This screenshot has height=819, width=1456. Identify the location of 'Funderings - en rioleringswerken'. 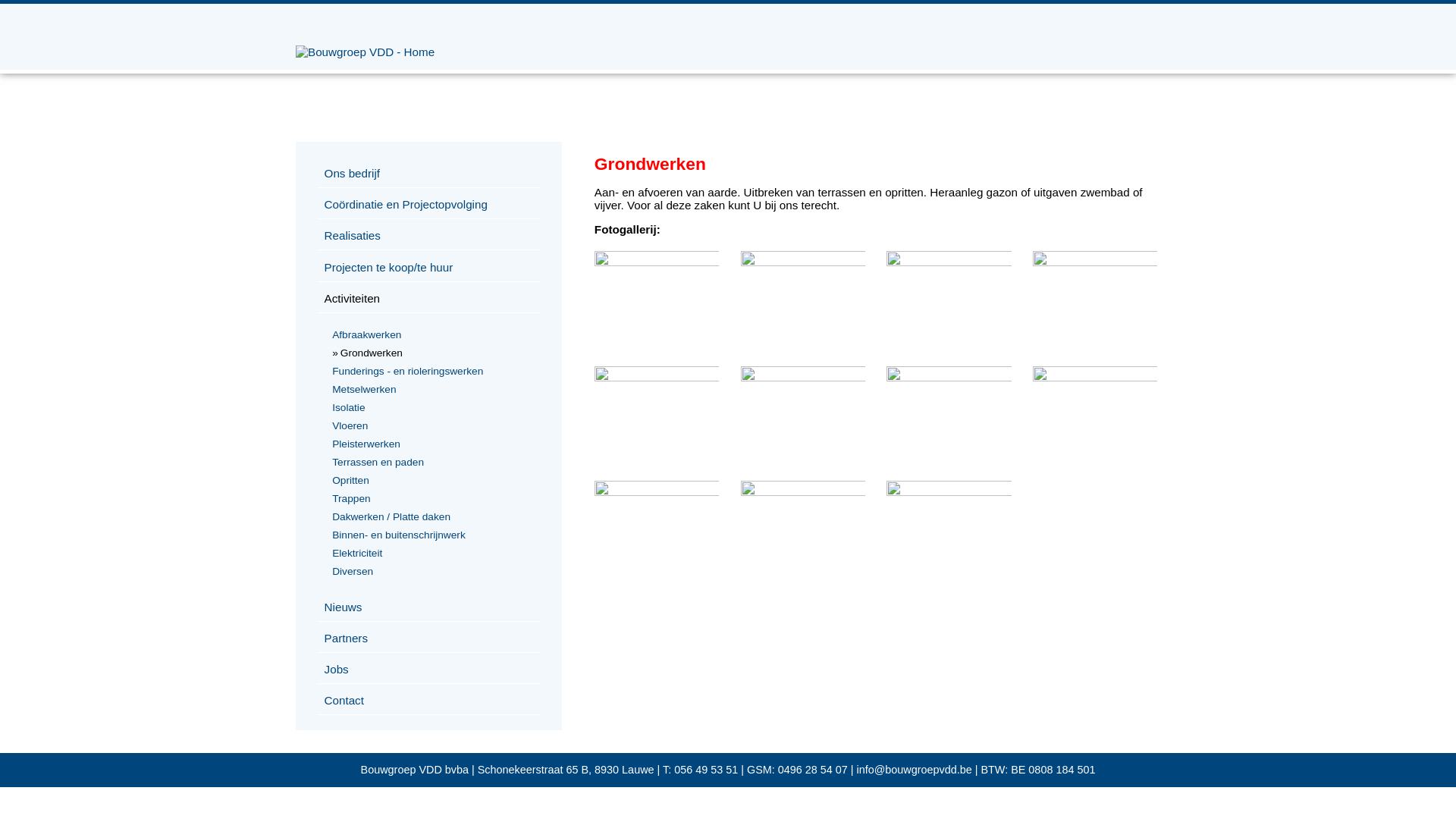
(431, 371).